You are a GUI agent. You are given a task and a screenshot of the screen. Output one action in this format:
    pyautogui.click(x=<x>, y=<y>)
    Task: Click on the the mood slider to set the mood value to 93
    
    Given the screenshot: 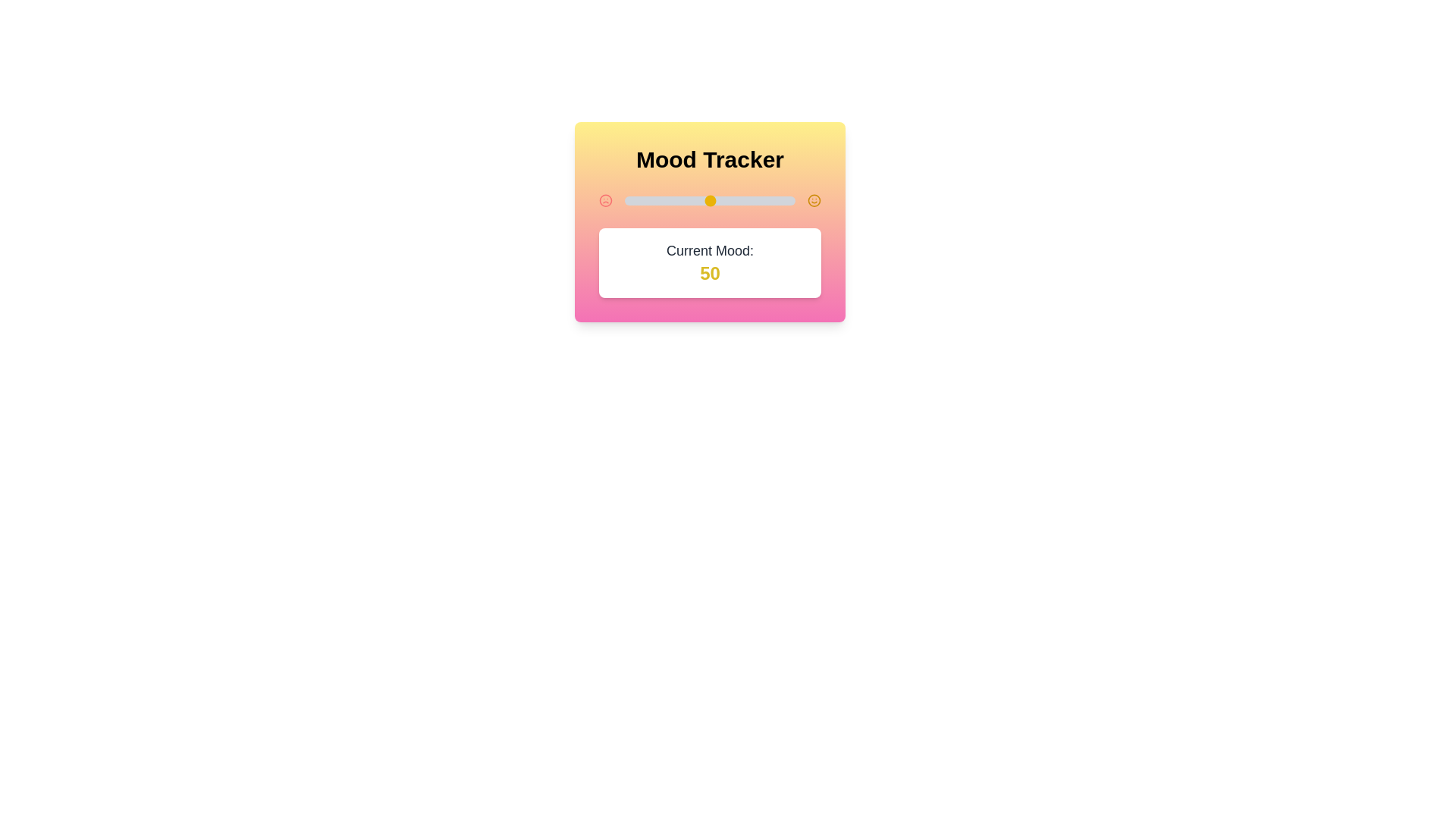 What is the action you would take?
    pyautogui.click(x=783, y=200)
    